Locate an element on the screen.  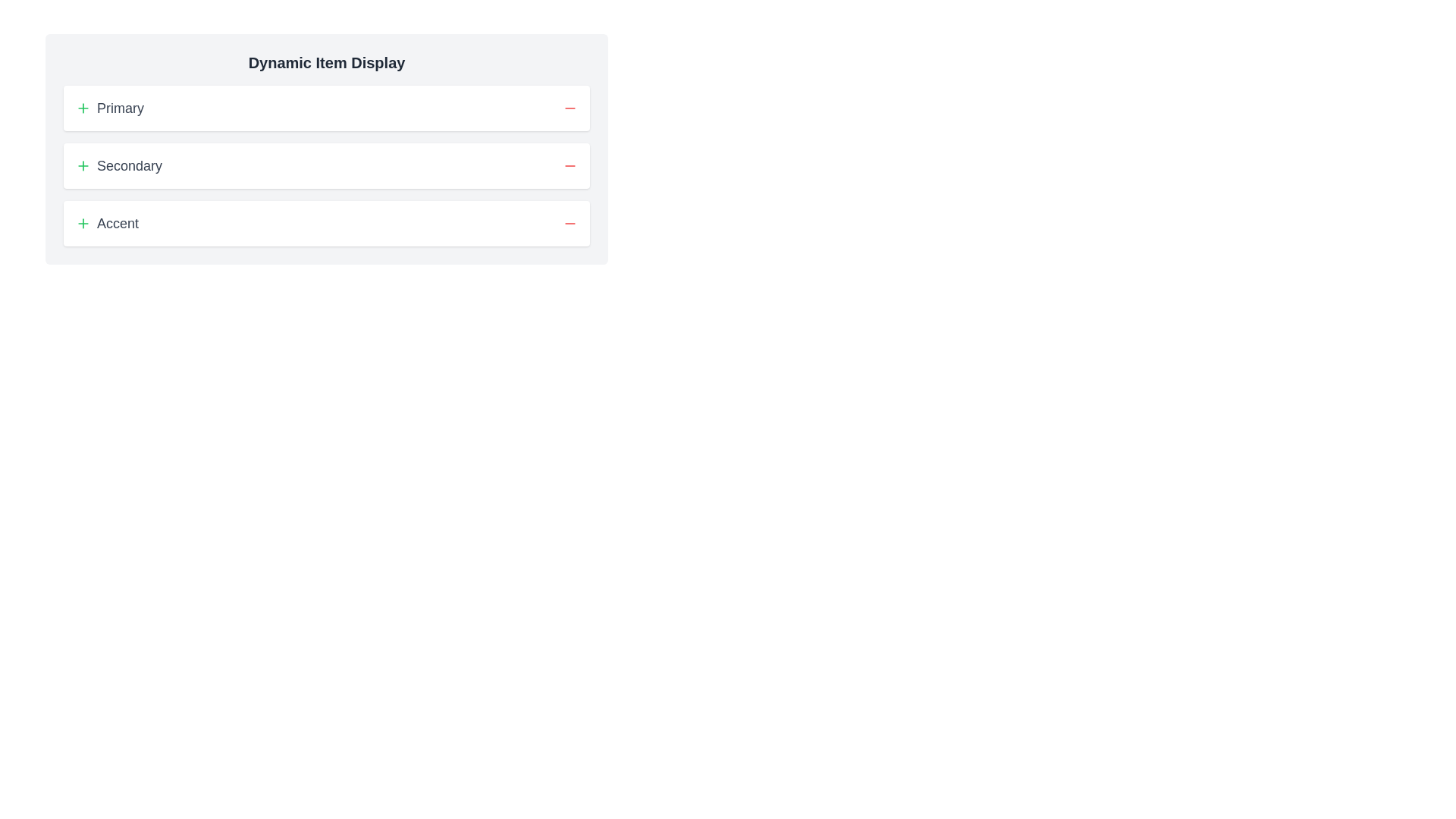
the interactive icon for adding or expanding related content associated with the 'Accent' category is located at coordinates (83, 223).